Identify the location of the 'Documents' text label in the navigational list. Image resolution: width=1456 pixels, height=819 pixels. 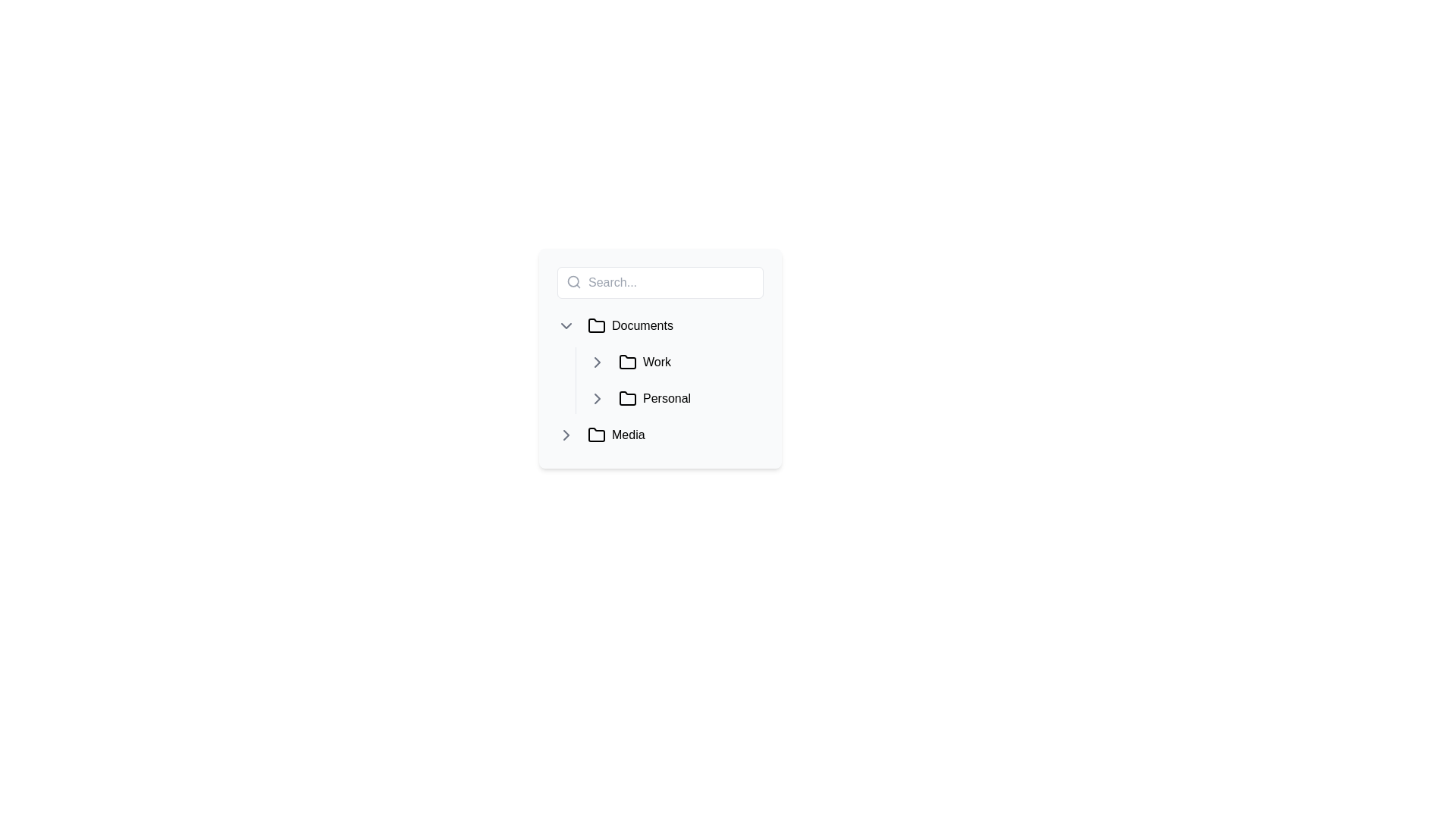
(642, 325).